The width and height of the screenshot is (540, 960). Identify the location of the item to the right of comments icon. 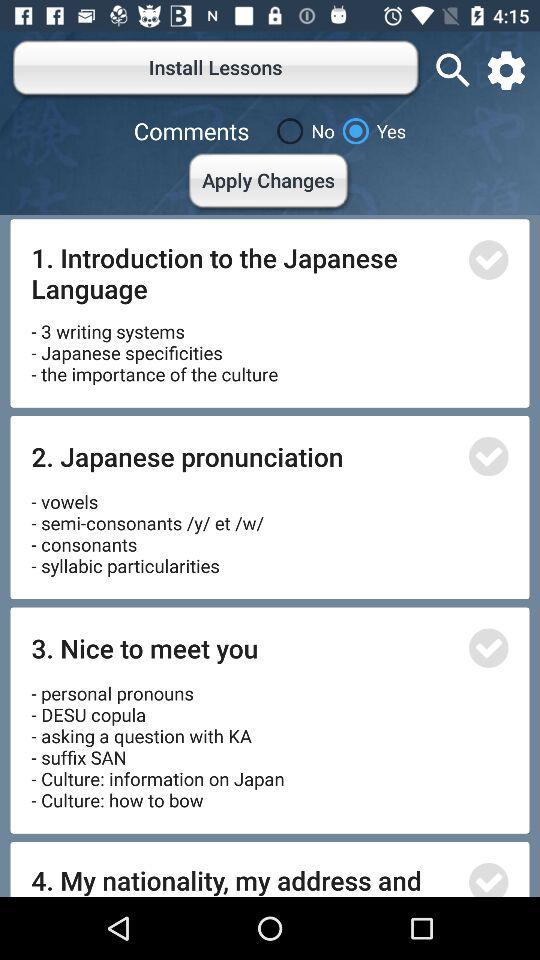
(301, 130).